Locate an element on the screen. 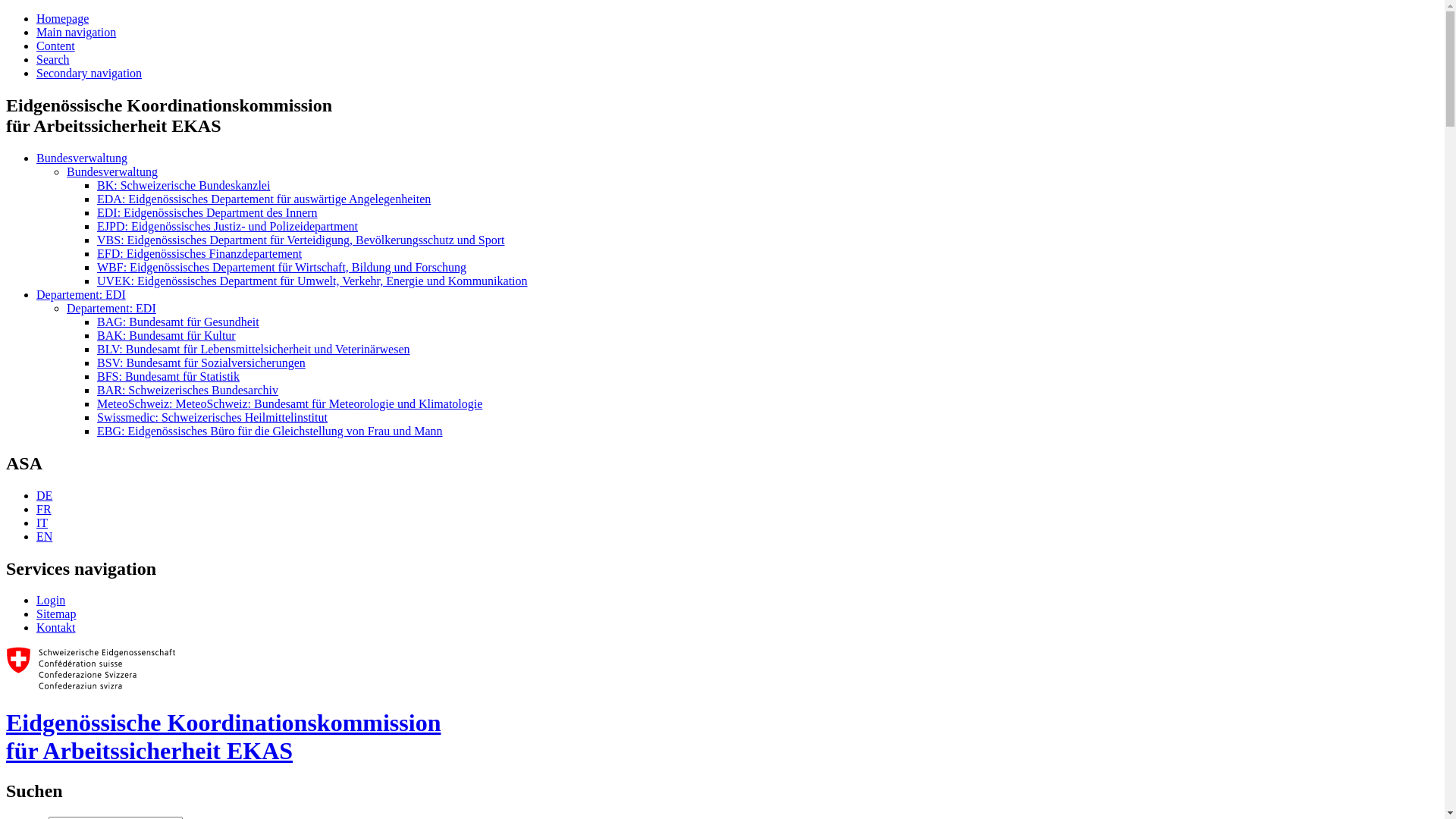 The height and width of the screenshot is (819, 1456). 'Swissmedic: Schweizerisches Heilmittelinstitut' is located at coordinates (96, 417).